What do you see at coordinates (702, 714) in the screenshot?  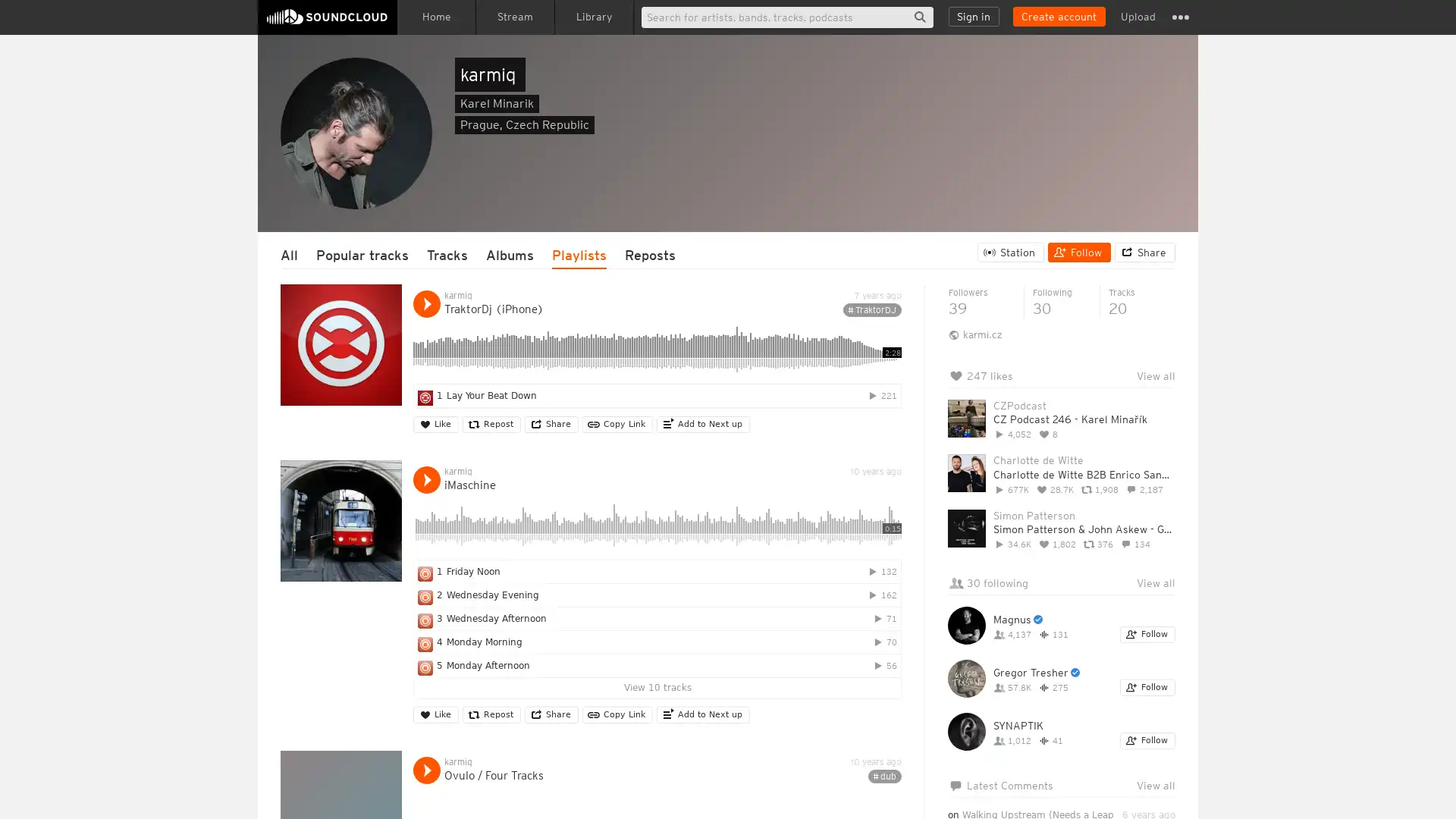 I see `Add to Next up` at bounding box center [702, 714].